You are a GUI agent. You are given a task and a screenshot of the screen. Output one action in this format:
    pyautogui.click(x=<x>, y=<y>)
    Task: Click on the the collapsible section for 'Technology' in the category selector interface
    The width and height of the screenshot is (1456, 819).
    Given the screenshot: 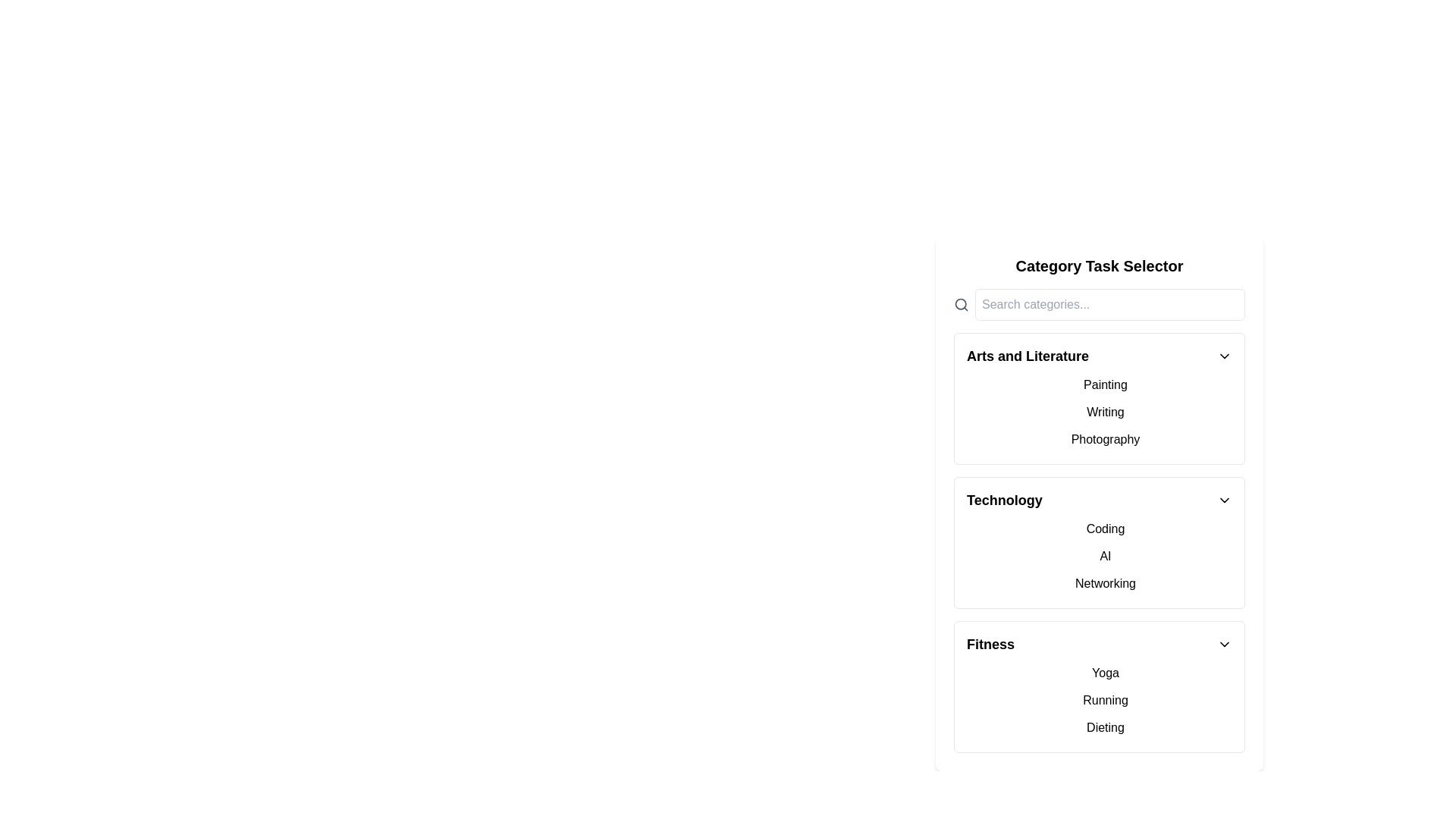 What is the action you would take?
    pyautogui.click(x=1099, y=542)
    